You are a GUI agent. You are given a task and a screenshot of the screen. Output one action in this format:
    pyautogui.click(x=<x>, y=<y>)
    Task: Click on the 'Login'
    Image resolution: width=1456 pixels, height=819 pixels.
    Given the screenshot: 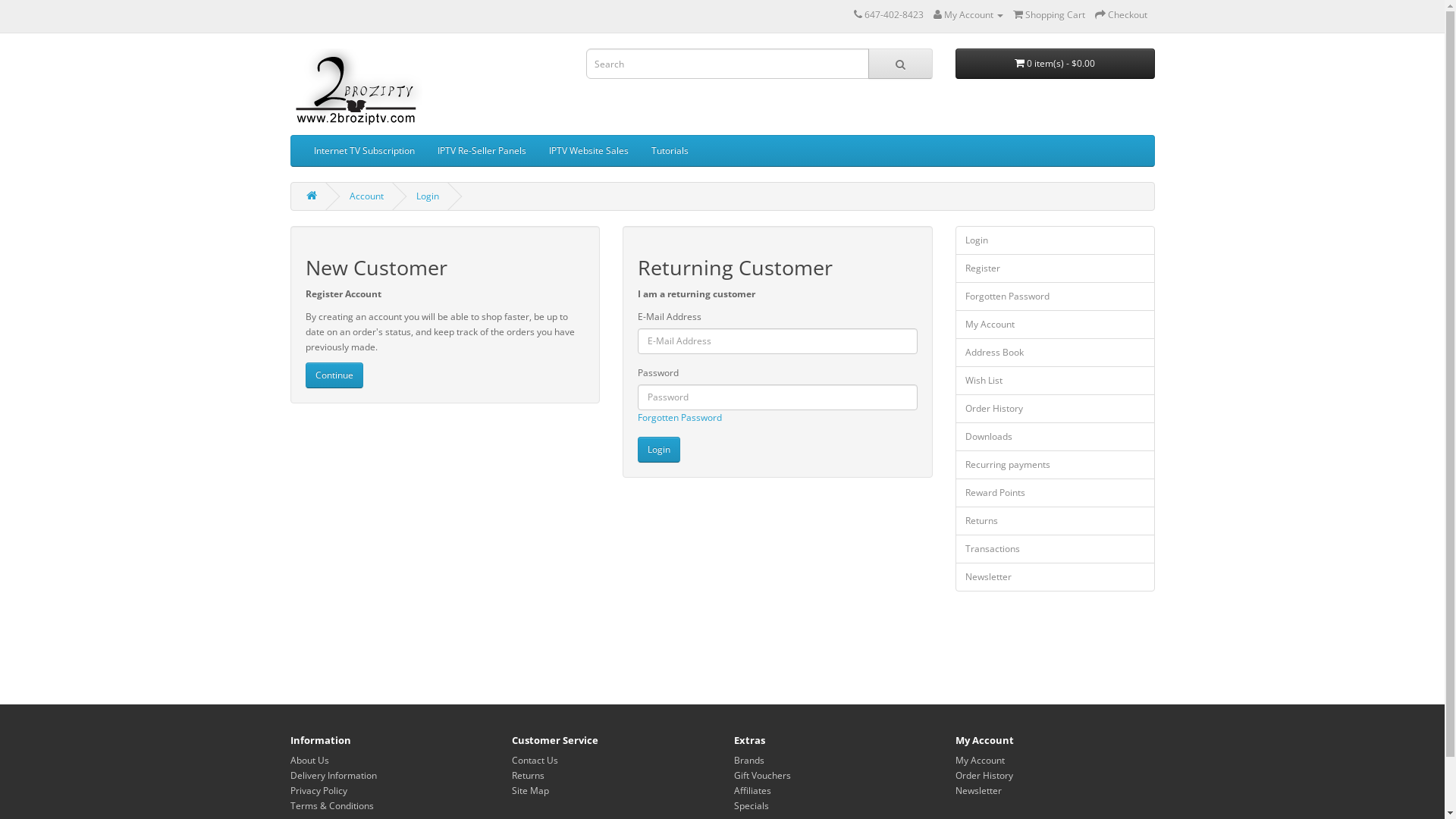 What is the action you would take?
    pyautogui.click(x=425, y=195)
    